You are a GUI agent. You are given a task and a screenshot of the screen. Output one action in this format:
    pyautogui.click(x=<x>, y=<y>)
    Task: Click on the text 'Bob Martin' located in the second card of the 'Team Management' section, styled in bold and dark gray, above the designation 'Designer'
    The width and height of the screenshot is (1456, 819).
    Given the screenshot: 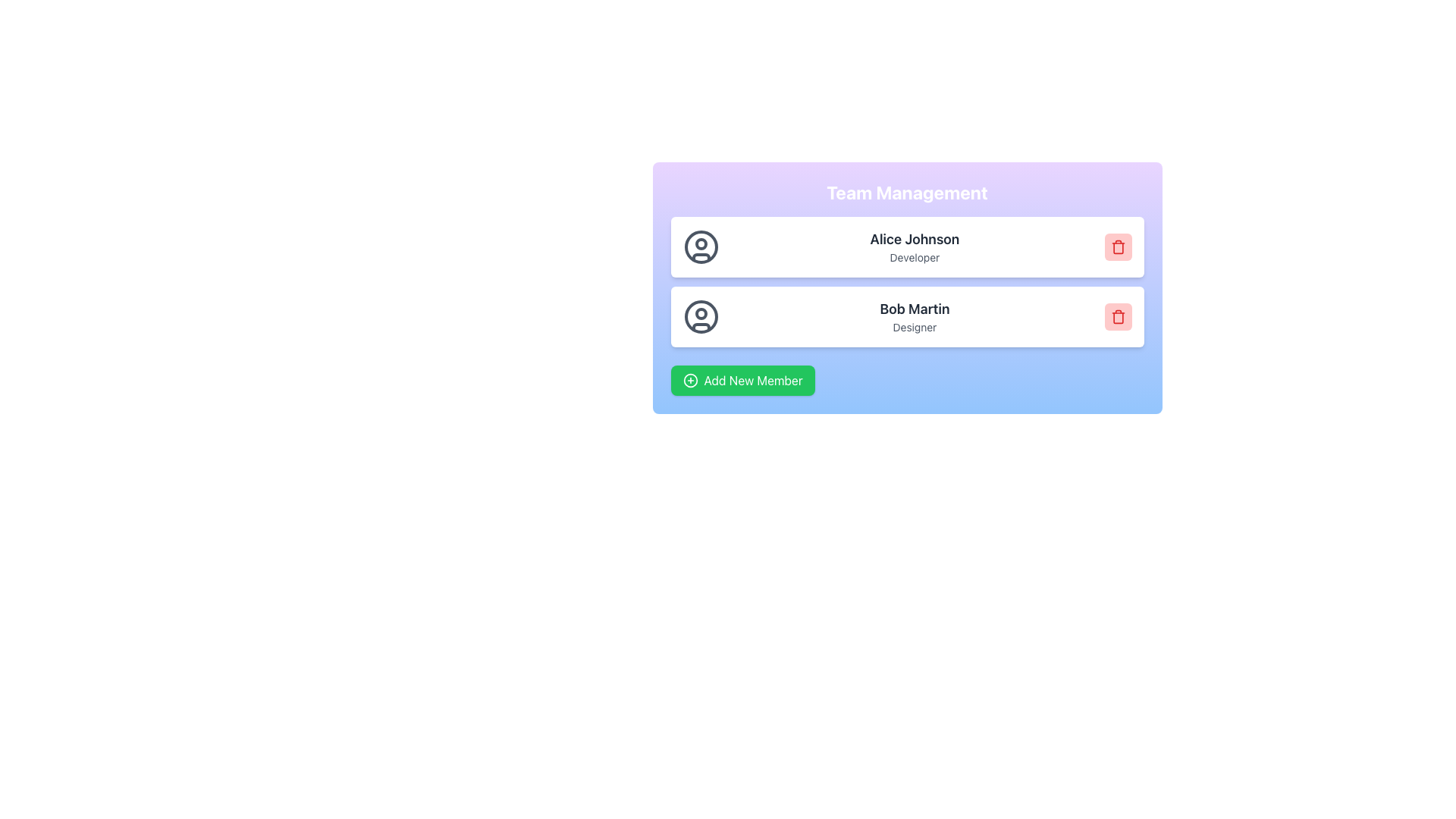 What is the action you would take?
    pyautogui.click(x=914, y=309)
    